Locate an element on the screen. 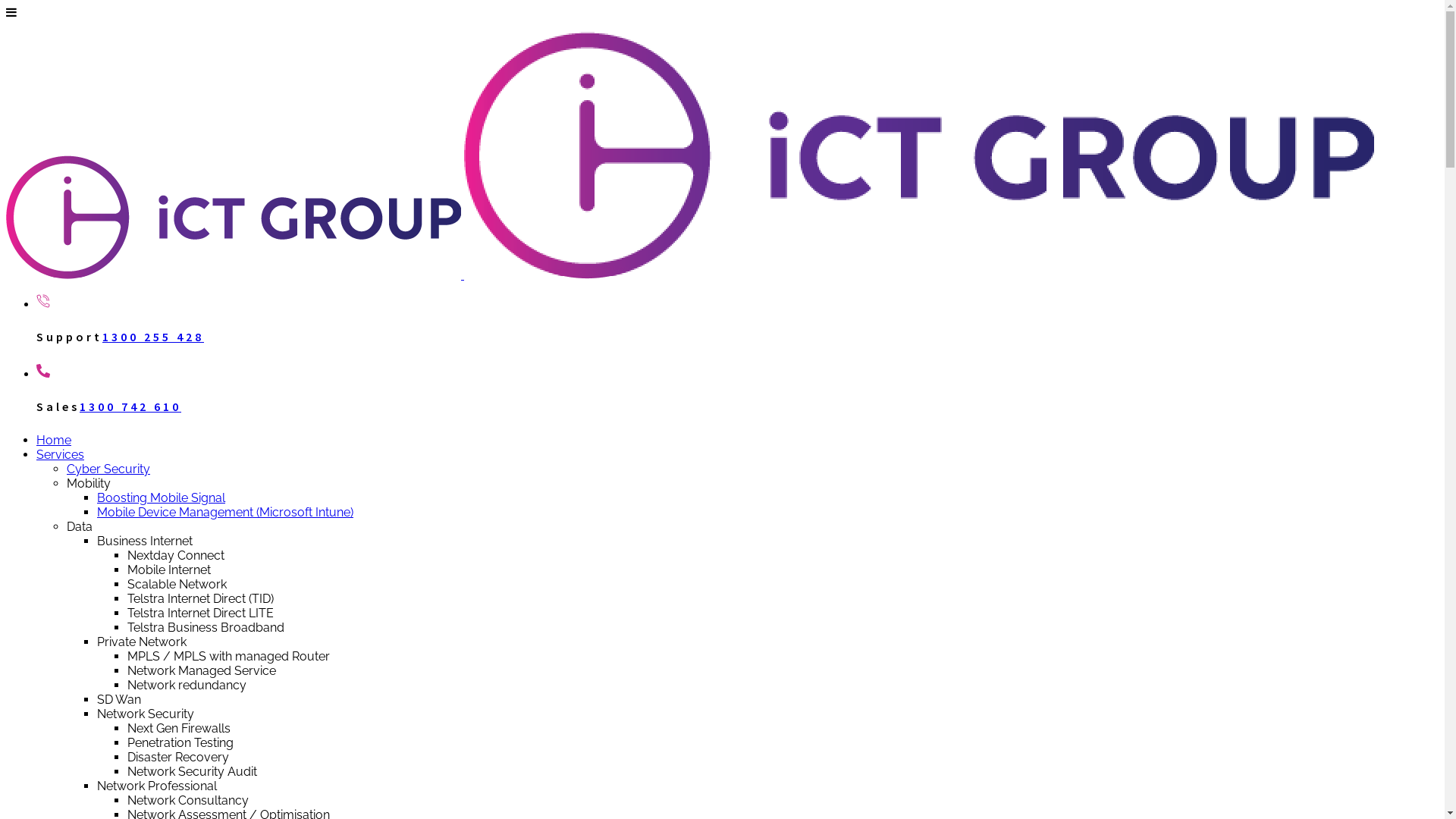 The height and width of the screenshot is (819, 1456). 'Telstra Internet Direct (TID)' is located at coordinates (127, 598).